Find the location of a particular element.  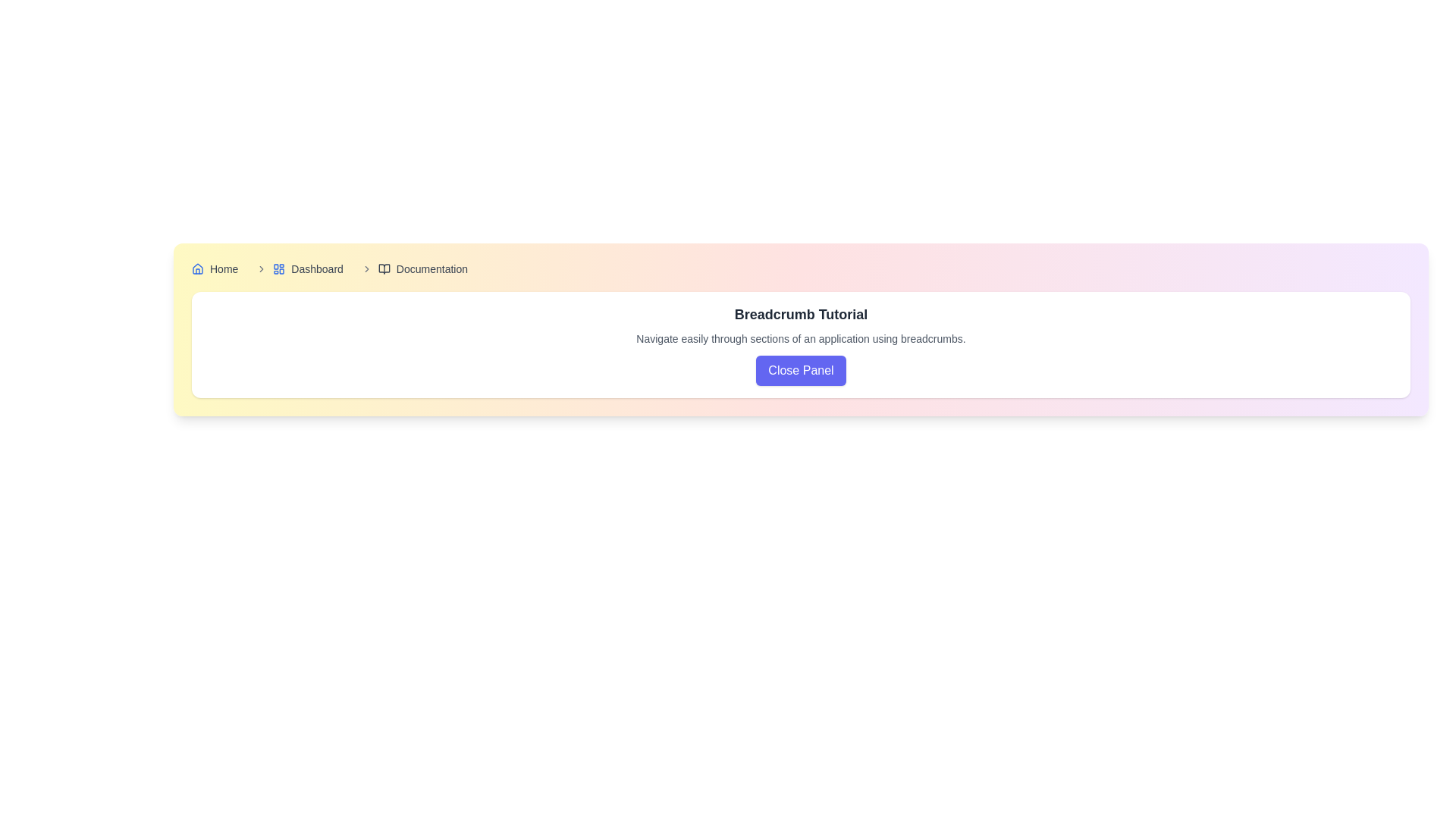

the 'Home' text label in the breadcrumb navigation bar located at the top-left corner of the page is located at coordinates (223, 268).